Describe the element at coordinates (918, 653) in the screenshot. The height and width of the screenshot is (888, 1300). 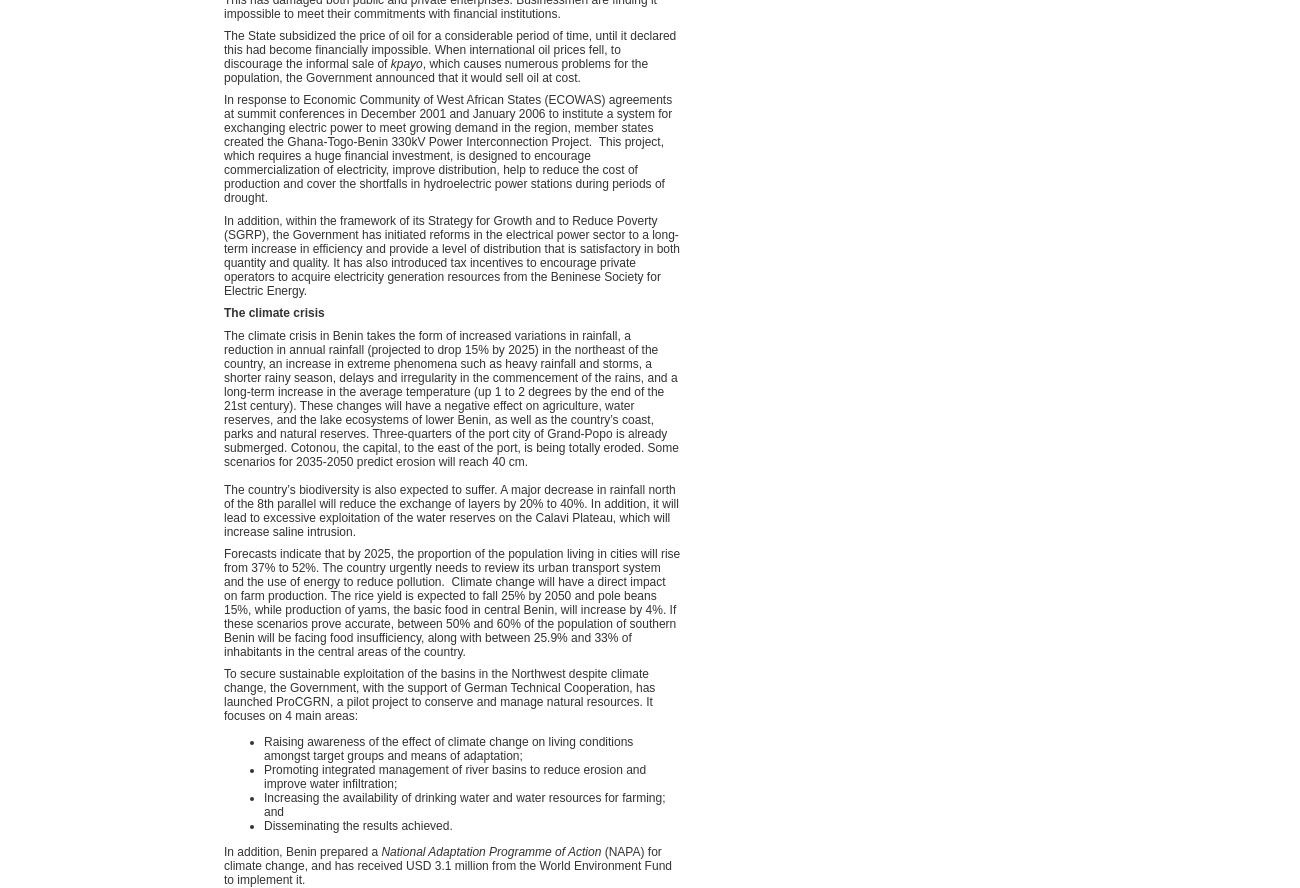
I see `'Viet Nam'` at that location.